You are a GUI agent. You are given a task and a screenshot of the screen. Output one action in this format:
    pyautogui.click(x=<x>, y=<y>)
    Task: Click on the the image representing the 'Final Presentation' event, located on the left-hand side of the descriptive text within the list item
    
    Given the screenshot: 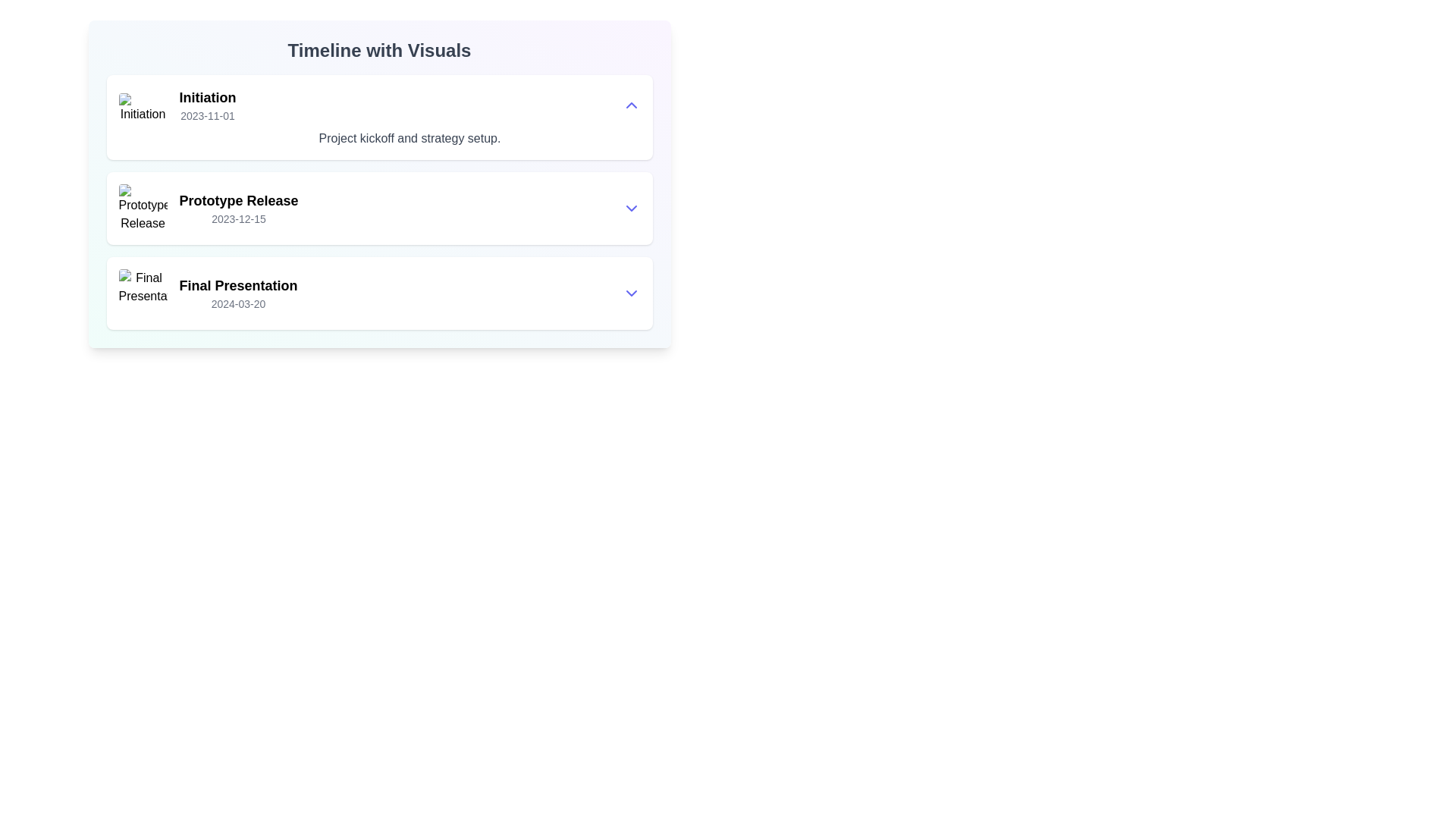 What is the action you would take?
    pyautogui.click(x=143, y=293)
    